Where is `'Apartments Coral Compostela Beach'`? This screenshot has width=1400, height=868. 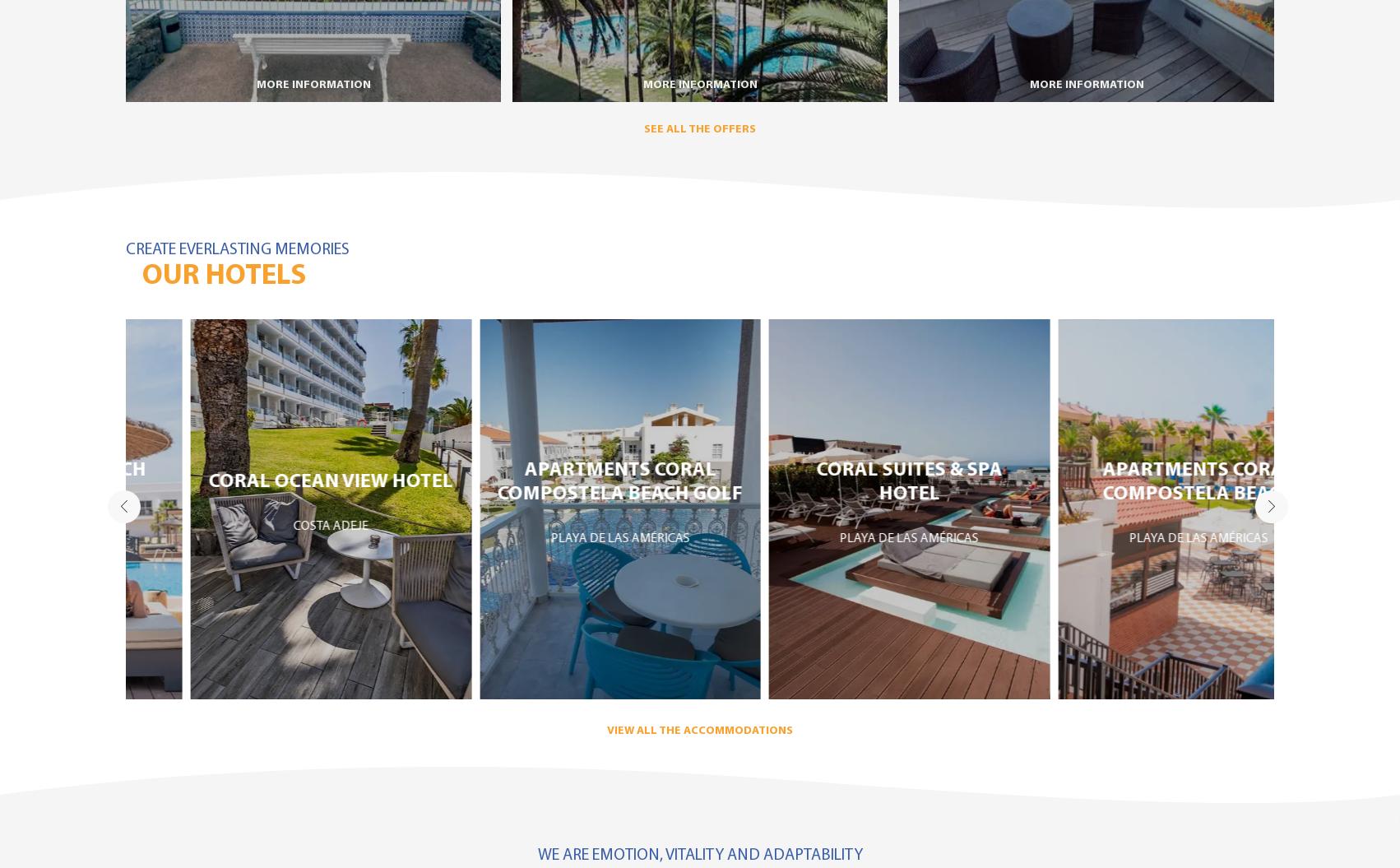
'Apartments Coral Compostela Beach' is located at coordinates (1037, 480).